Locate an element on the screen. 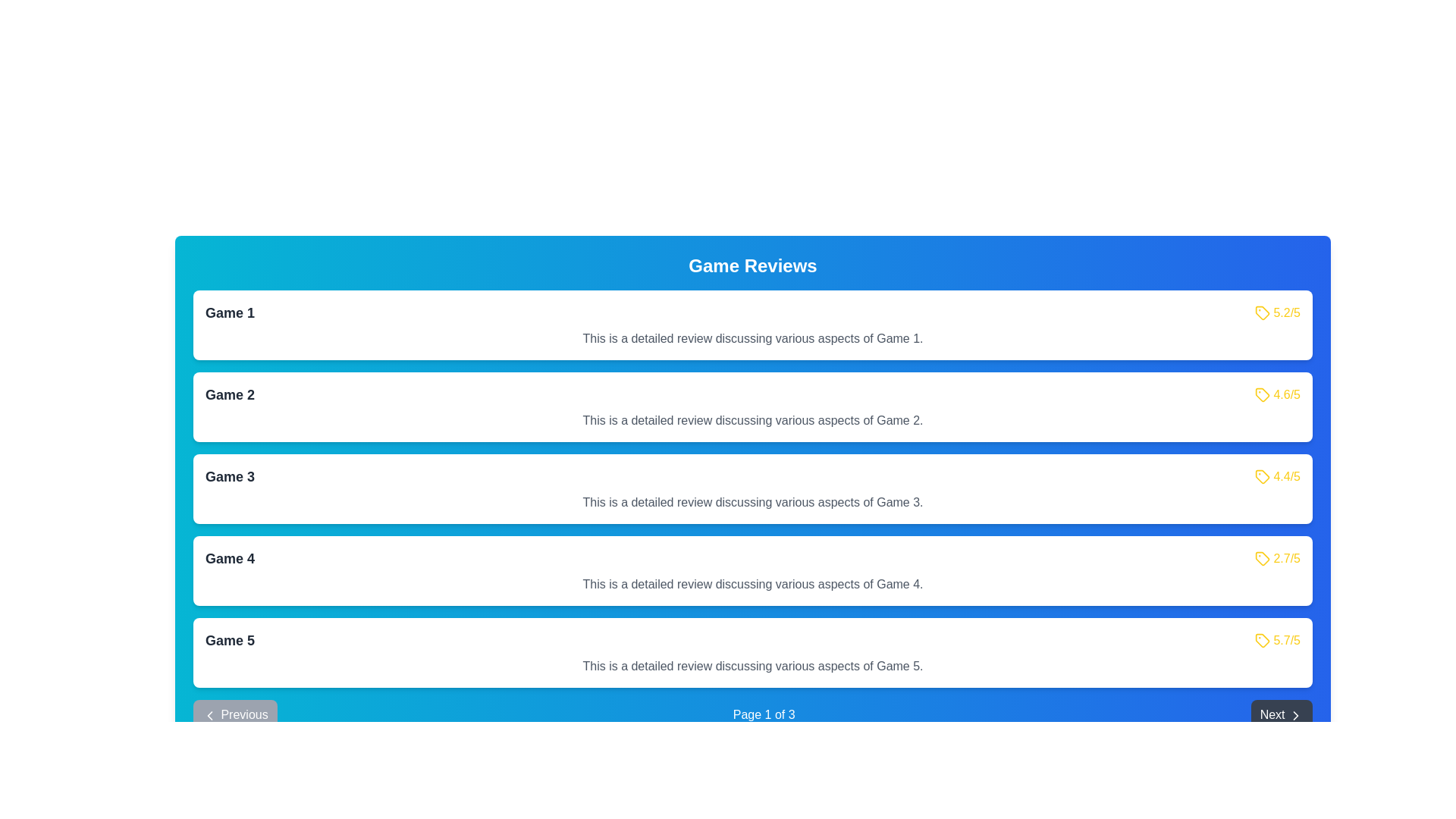 The height and width of the screenshot is (819, 1456). the Text Label displaying '2.7/5' in yellow, located in the right corner of the fourth row of the review list is located at coordinates (1286, 558).